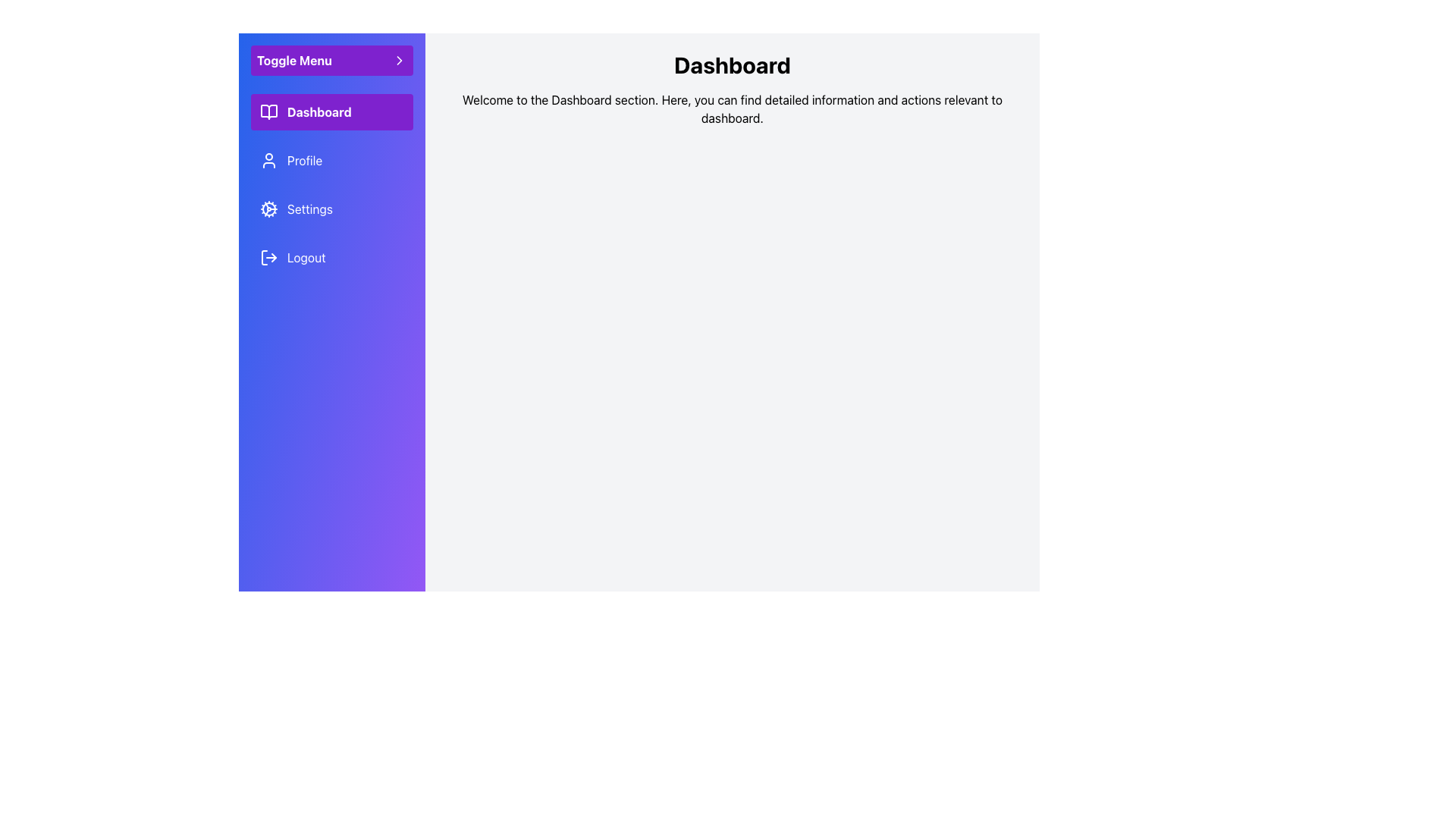 The image size is (1456, 819). I want to click on the 'Dashboard' text label, which is styled in bold white font on a purple background, located in the second menu item of the vertical navigation bar, so click(318, 111).